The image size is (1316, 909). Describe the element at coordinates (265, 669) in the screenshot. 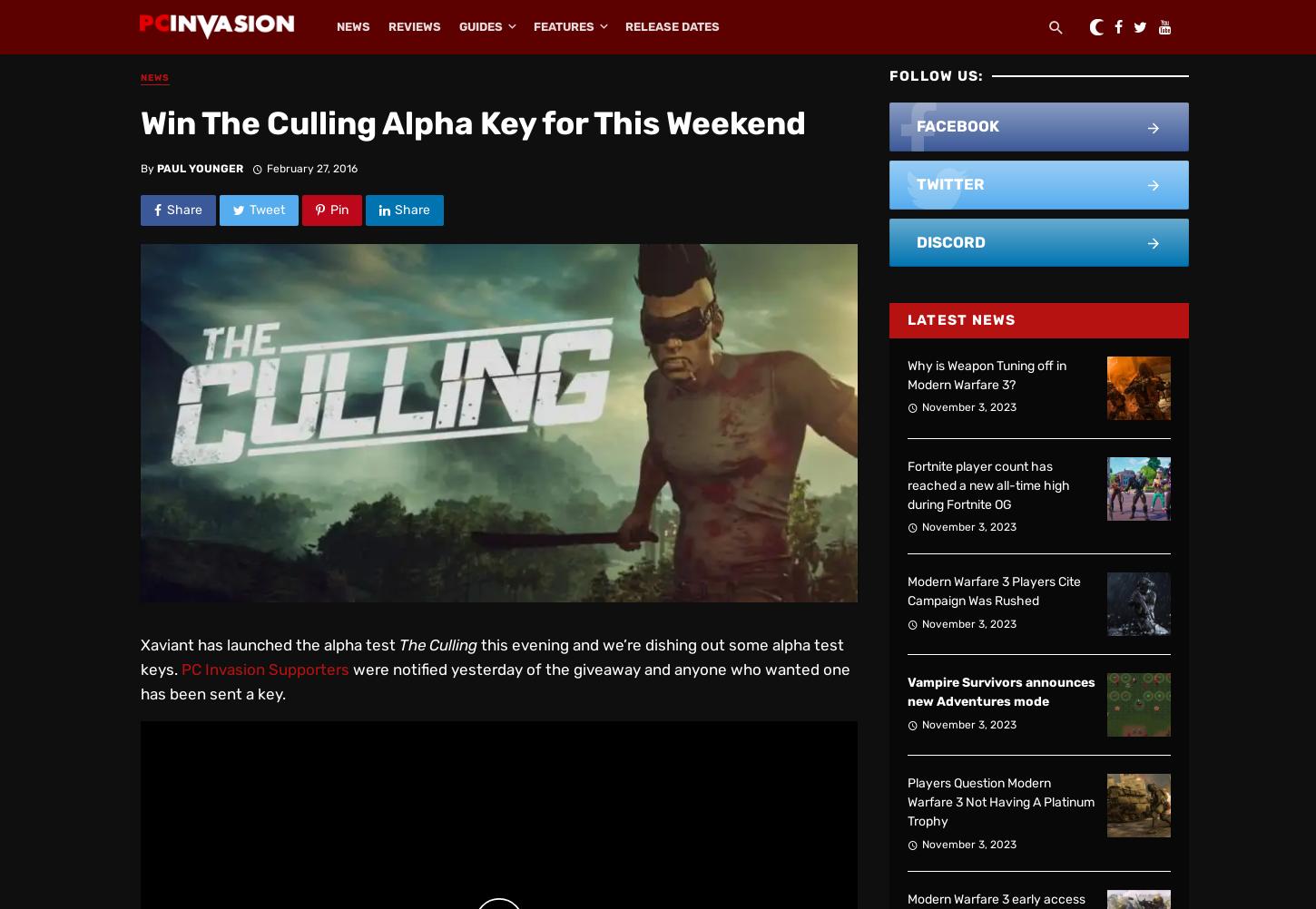

I see `'PC Invasion Supporters'` at that location.